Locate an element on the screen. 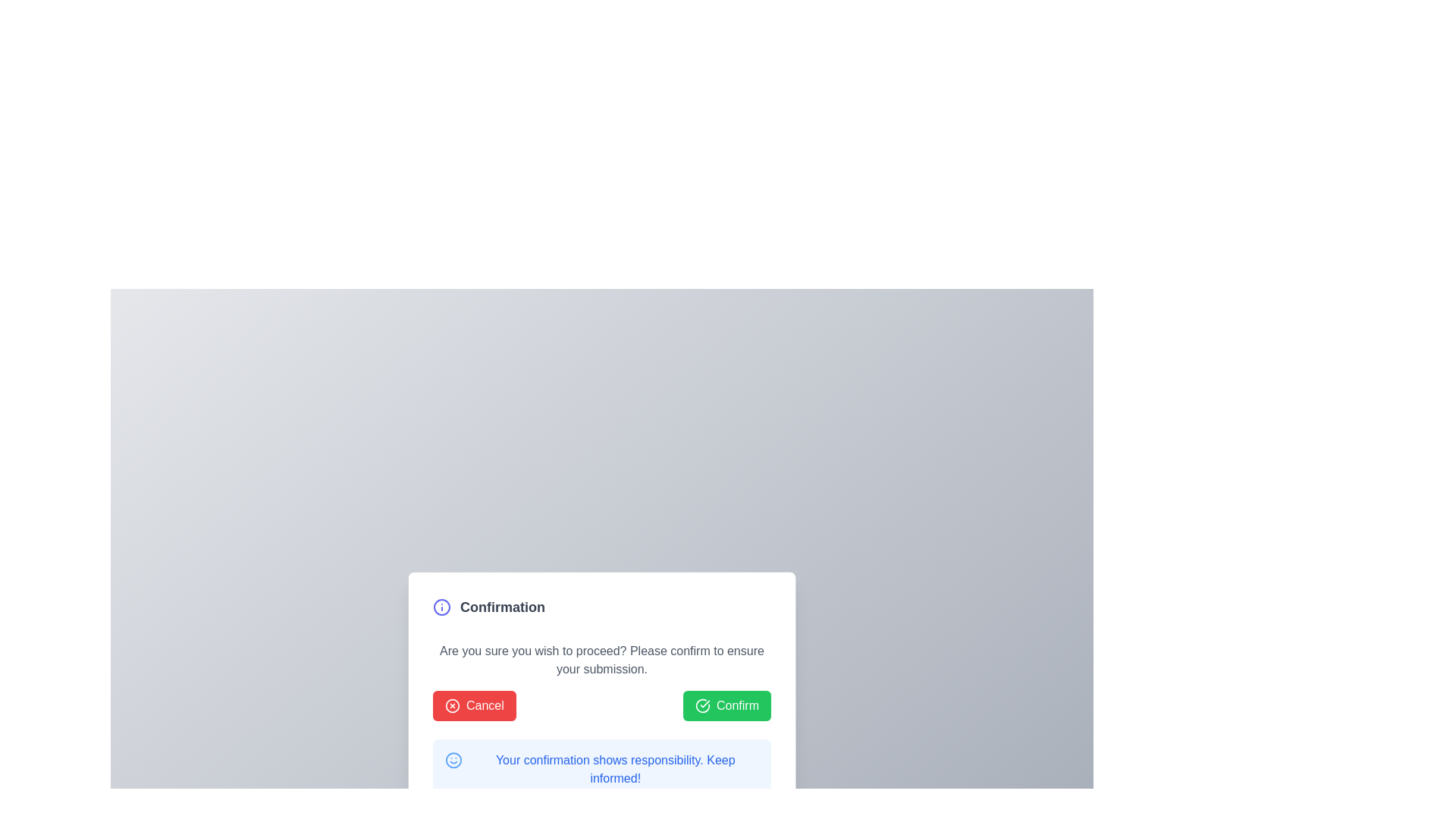 The height and width of the screenshot is (819, 1456). static text that says 'Are you sure you wish to proceed? Please confirm to ensure your submission.' located in the white modal dialog box between the header 'Confirmation' and the buttons 'Cancel' and 'Confirm' is located at coordinates (601, 660).